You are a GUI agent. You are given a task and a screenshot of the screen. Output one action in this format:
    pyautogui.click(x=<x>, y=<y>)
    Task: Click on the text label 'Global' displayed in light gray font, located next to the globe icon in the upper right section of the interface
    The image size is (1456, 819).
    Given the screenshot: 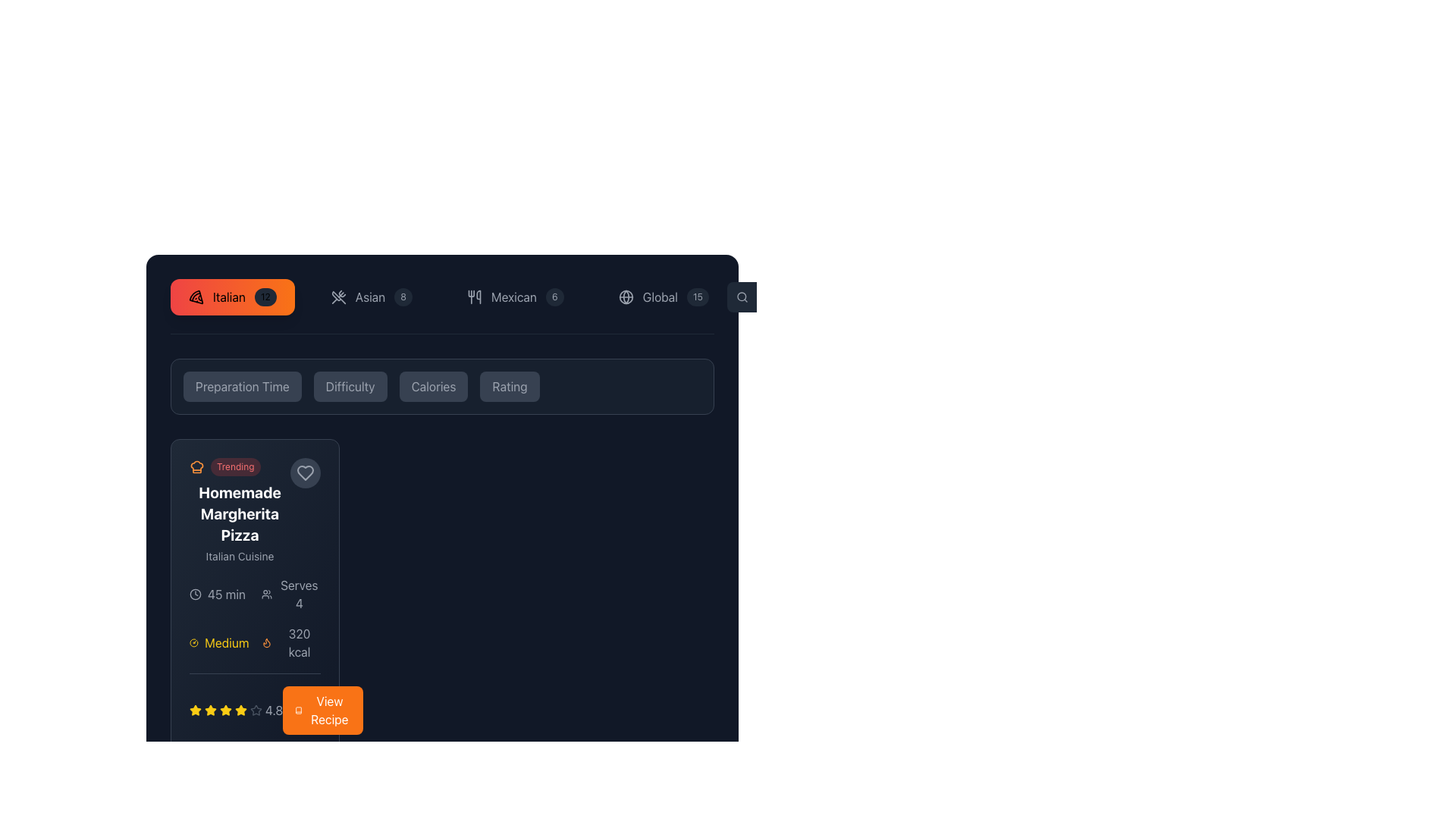 What is the action you would take?
    pyautogui.click(x=660, y=297)
    